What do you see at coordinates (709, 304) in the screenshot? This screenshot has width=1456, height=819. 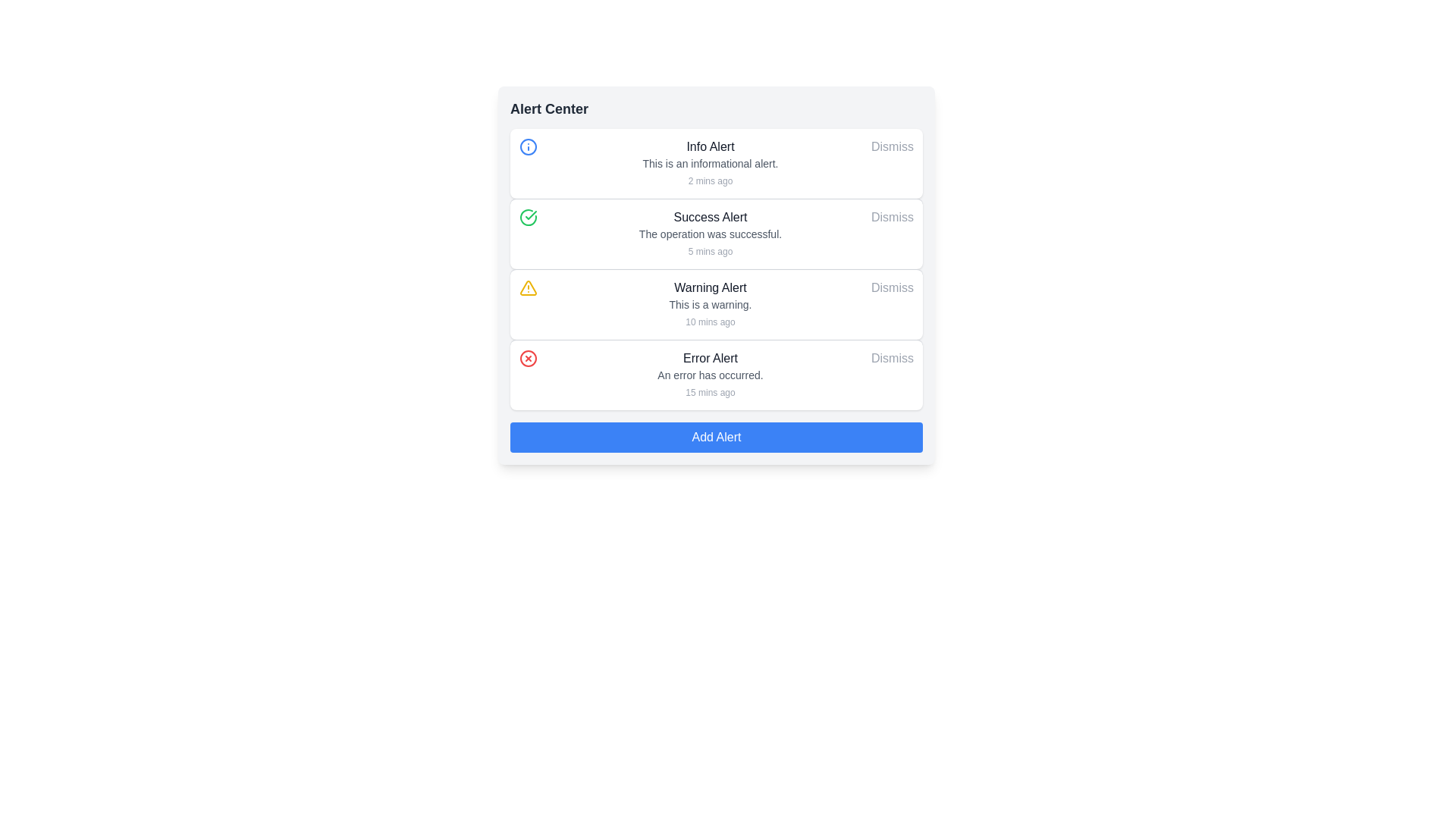 I see `the text label displaying 'This is a warning.' located below the bolded title 'Warning Alert' in the notification block` at bounding box center [709, 304].